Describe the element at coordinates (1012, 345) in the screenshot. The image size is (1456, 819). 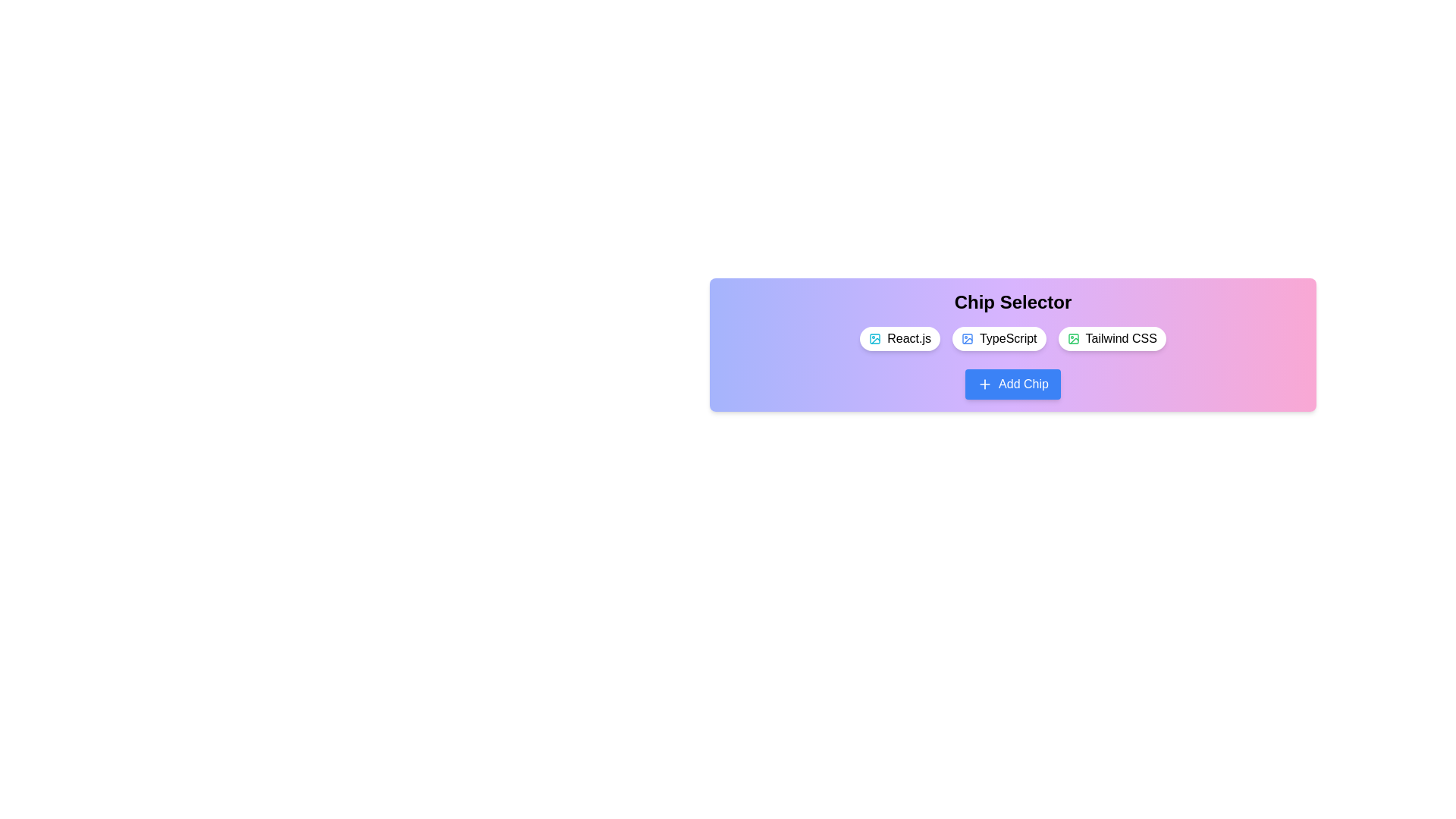
I see `the 'TypeScript' button, which is a rectangular button with a white background, black text, and a blue icon on the left, to trigger its hover state effect` at that location.